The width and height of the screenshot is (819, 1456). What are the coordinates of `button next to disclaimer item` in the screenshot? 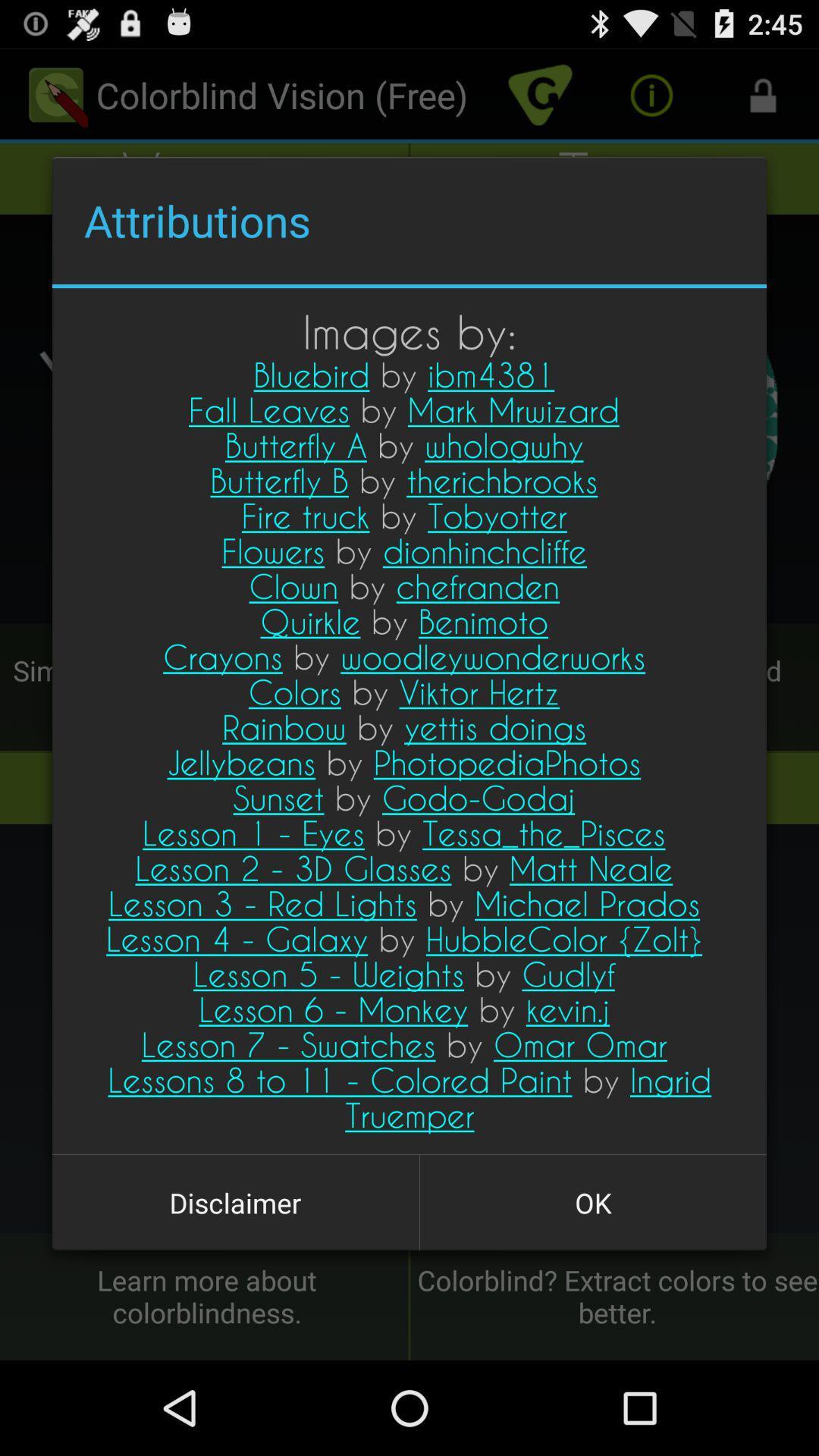 It's located at (592, 1202).